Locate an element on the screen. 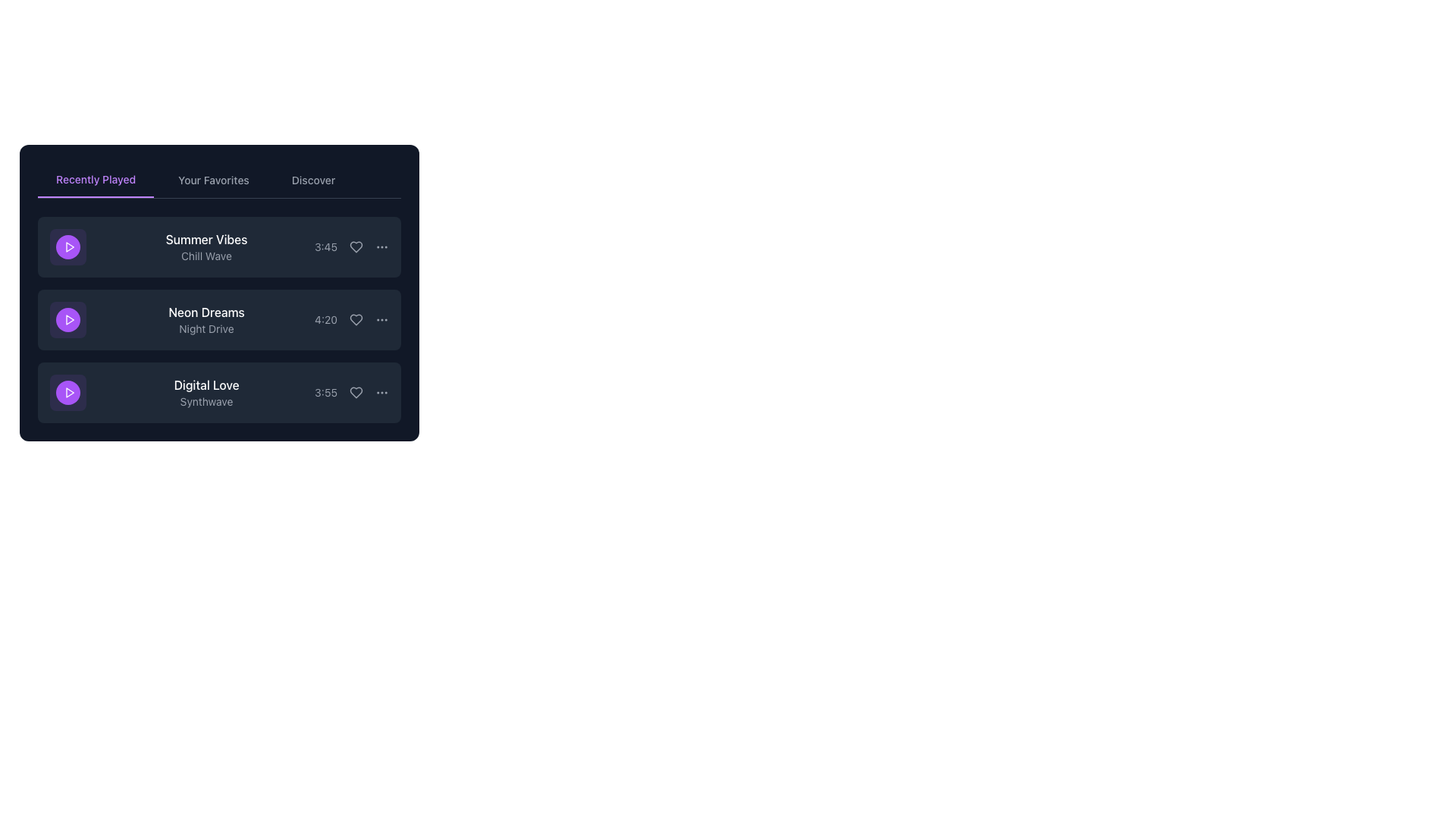  the triangular play icon button with a white outline against a purple background, located in the 'Recently Played' section is located at coordinates (68, 318).